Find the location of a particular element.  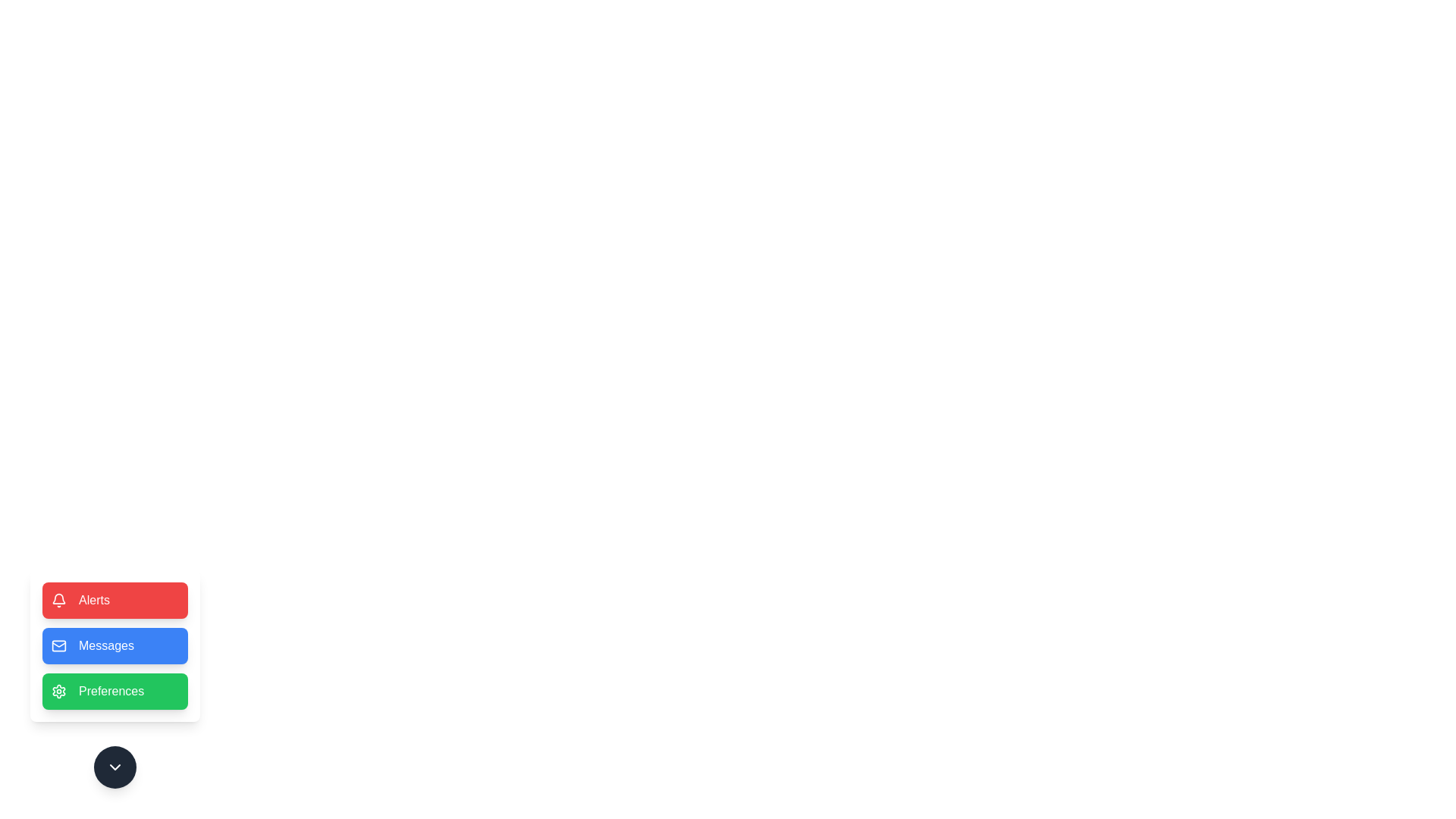

the Messages button to trigger its action is located at coordinates (115, 646).